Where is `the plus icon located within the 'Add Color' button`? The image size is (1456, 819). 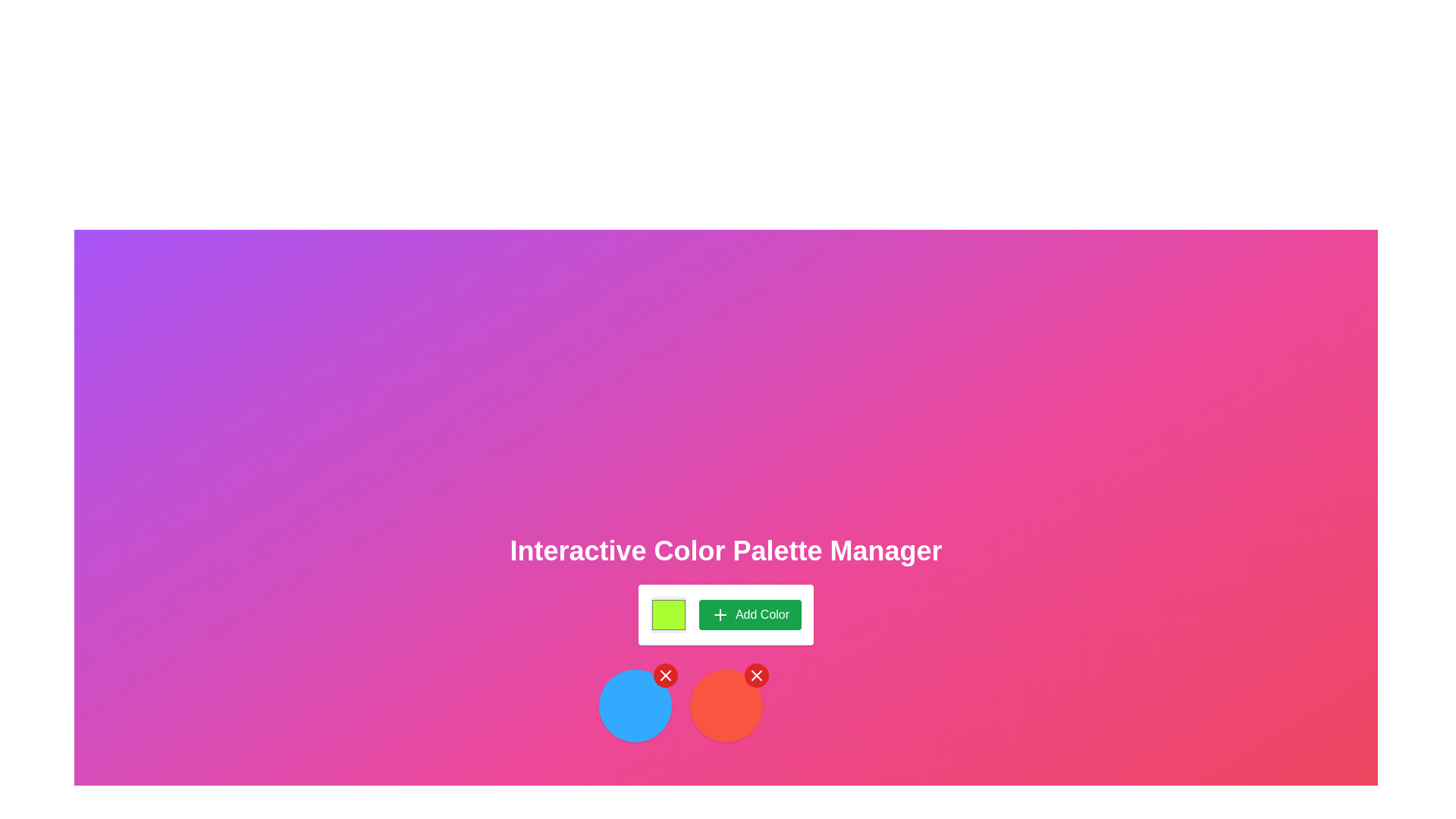 the plus icon located within the 'Add Color' button is located at coordinates (719, 614).